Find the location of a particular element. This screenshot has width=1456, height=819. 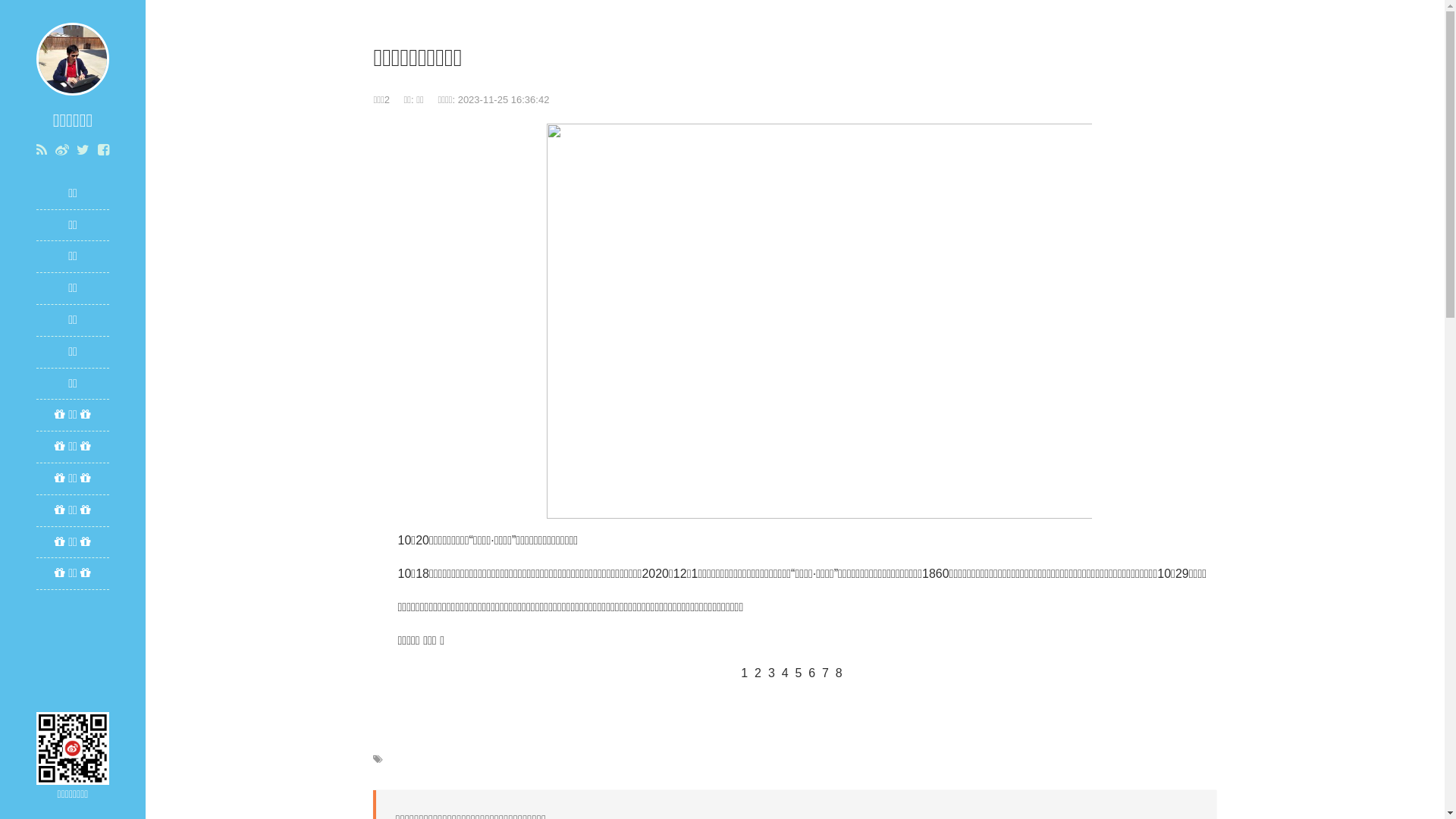

'Twitter' is located at coordinates (82, 149).